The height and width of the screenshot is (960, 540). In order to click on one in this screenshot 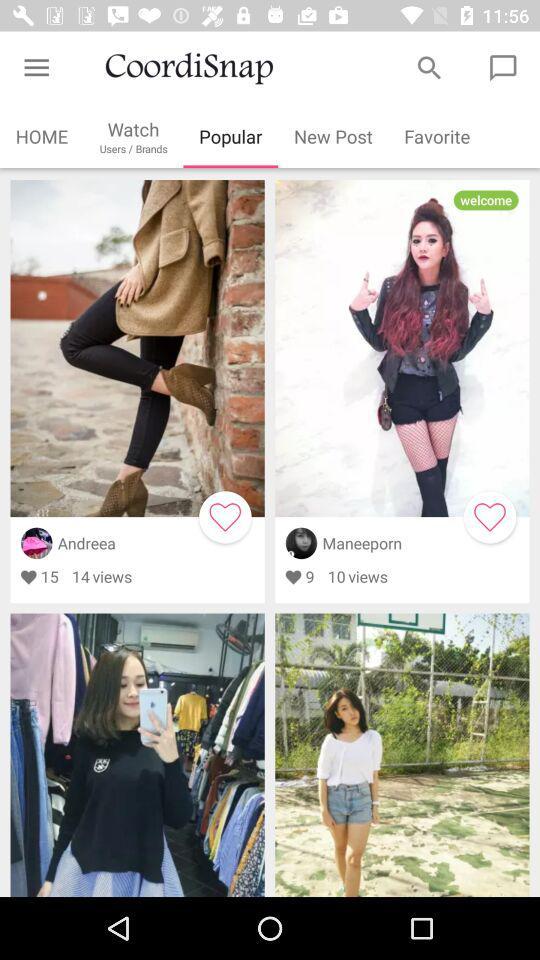, I will do `click(224, 516)`.